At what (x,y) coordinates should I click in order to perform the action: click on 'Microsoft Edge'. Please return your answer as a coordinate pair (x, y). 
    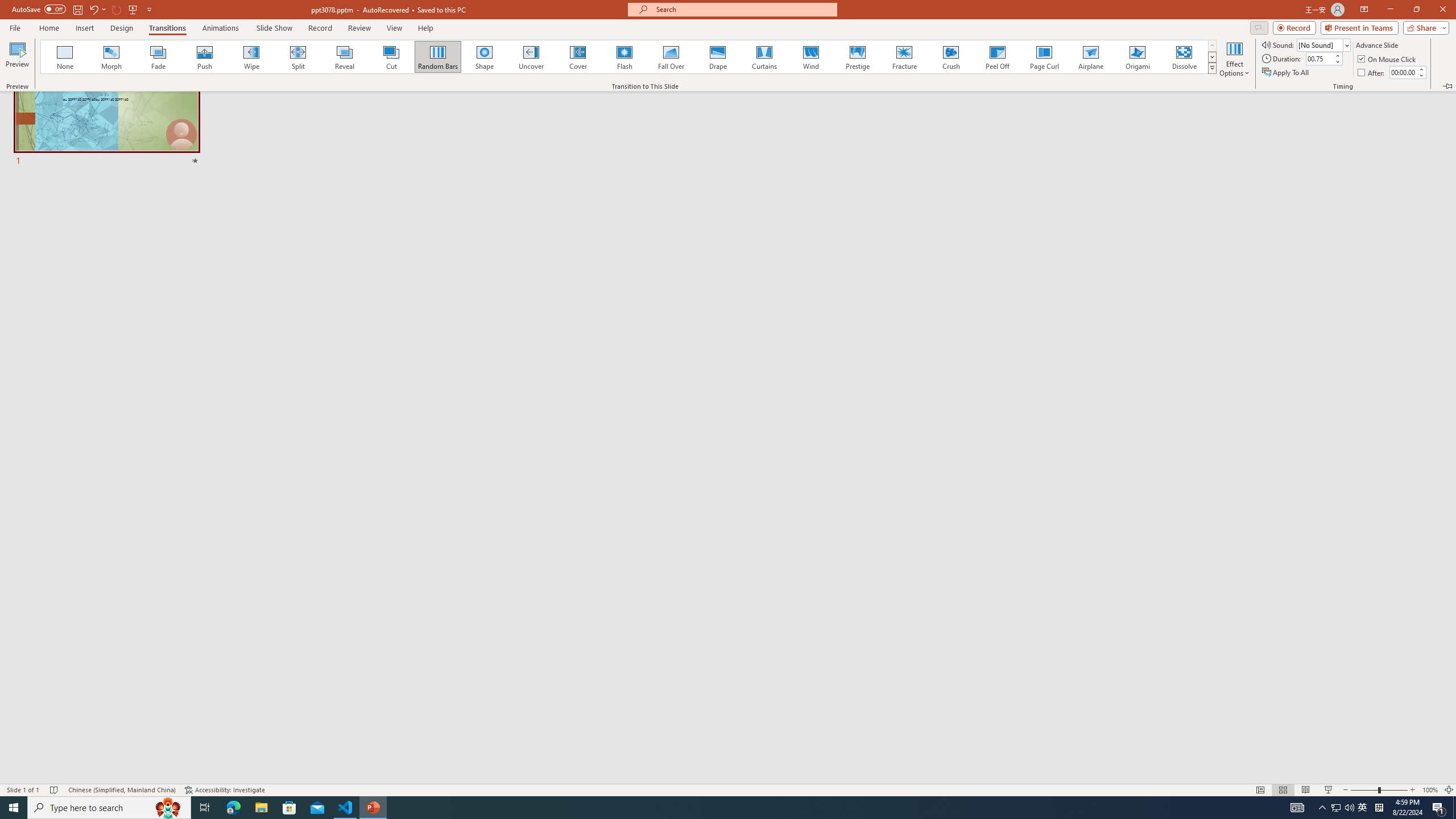
    Looking at the image, I should click on (233, 806).